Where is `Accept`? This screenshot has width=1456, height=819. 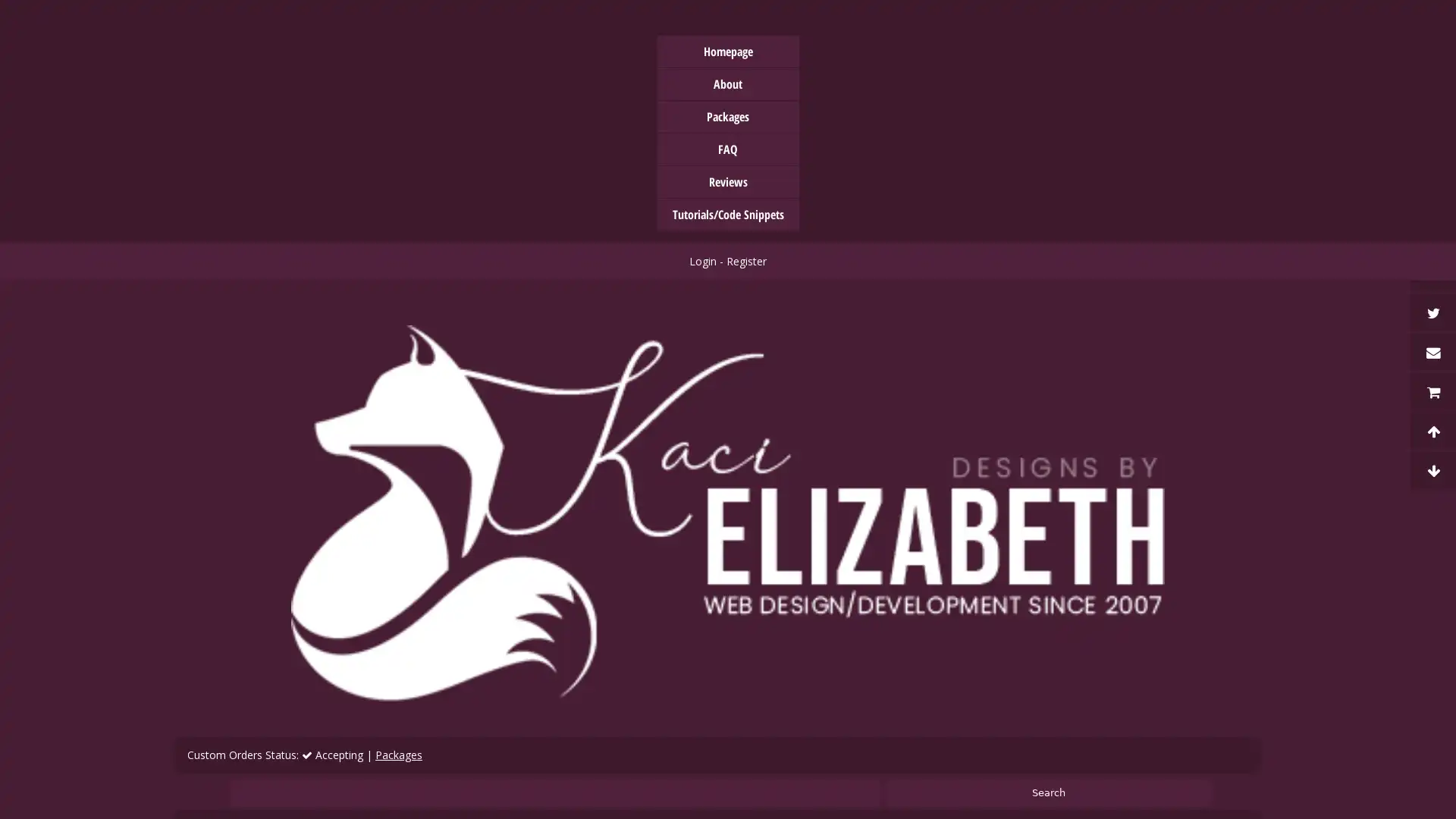
Accept is located at coordinates (1035, 795).